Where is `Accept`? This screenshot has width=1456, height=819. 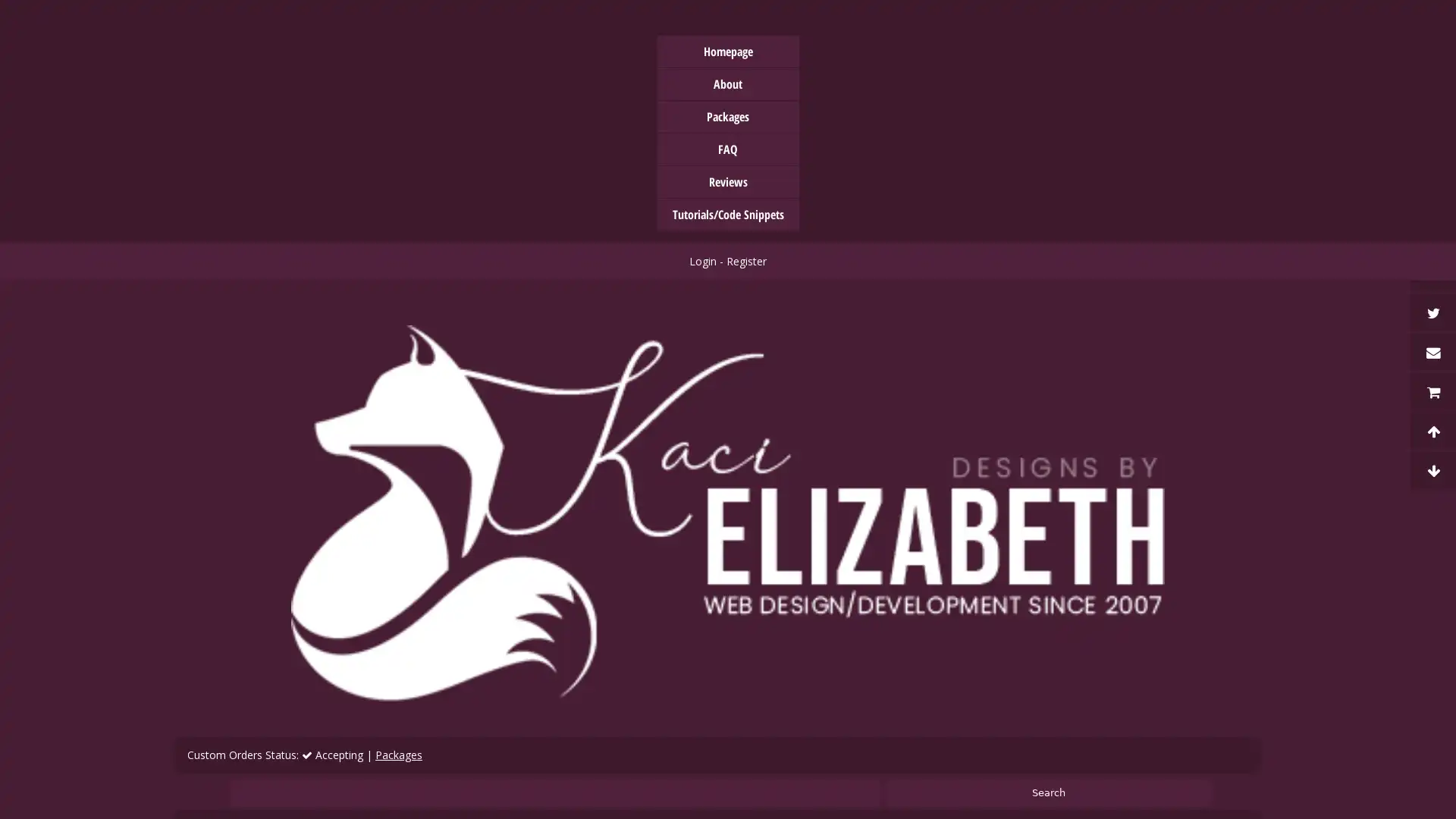
Accept is located at coordinates (1035, 795).